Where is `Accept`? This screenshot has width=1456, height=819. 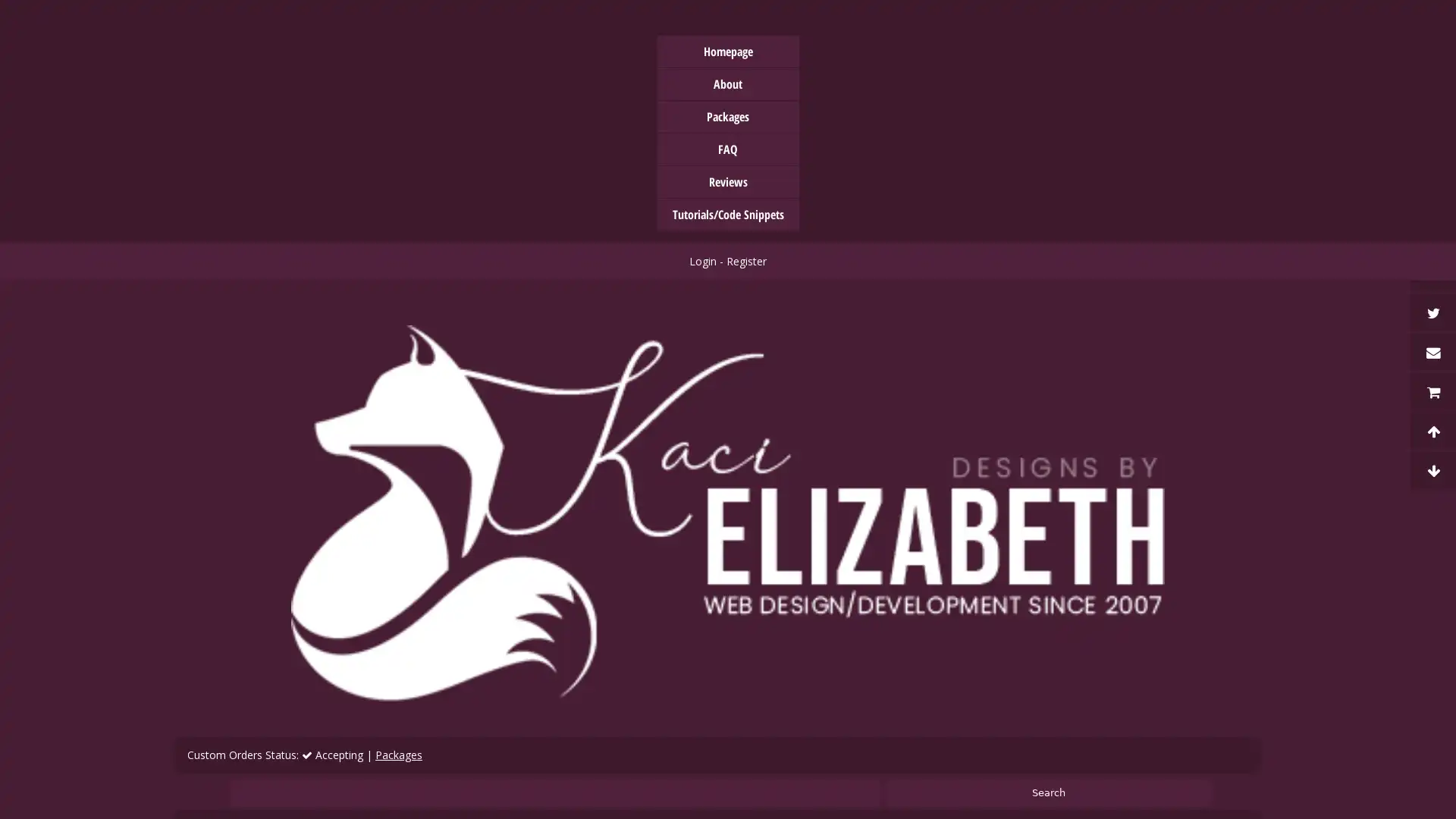
Accept is located at coordinates (1035, 795).